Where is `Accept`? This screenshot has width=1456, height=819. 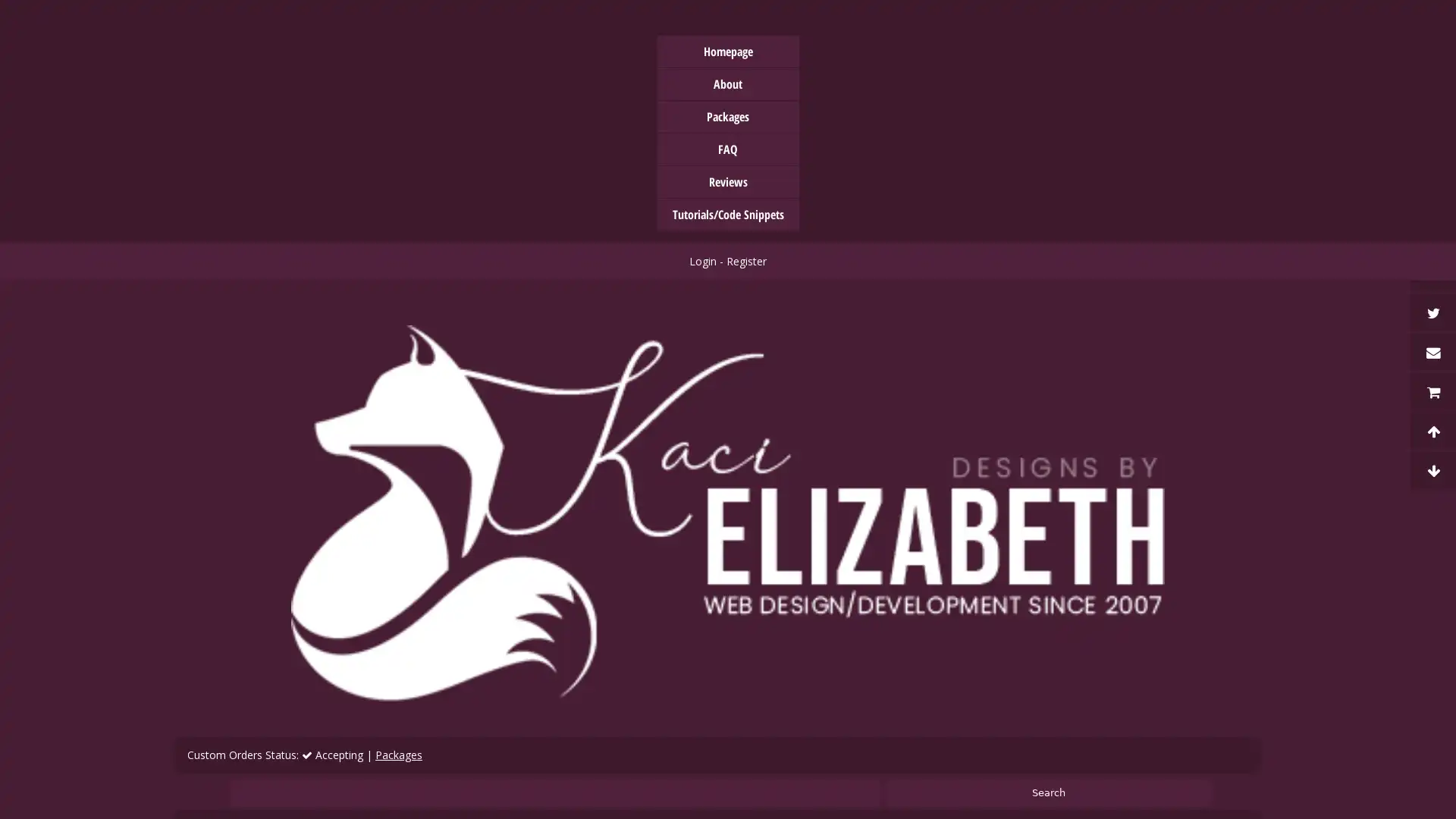
Accept is located at coordinates (1035, 795).